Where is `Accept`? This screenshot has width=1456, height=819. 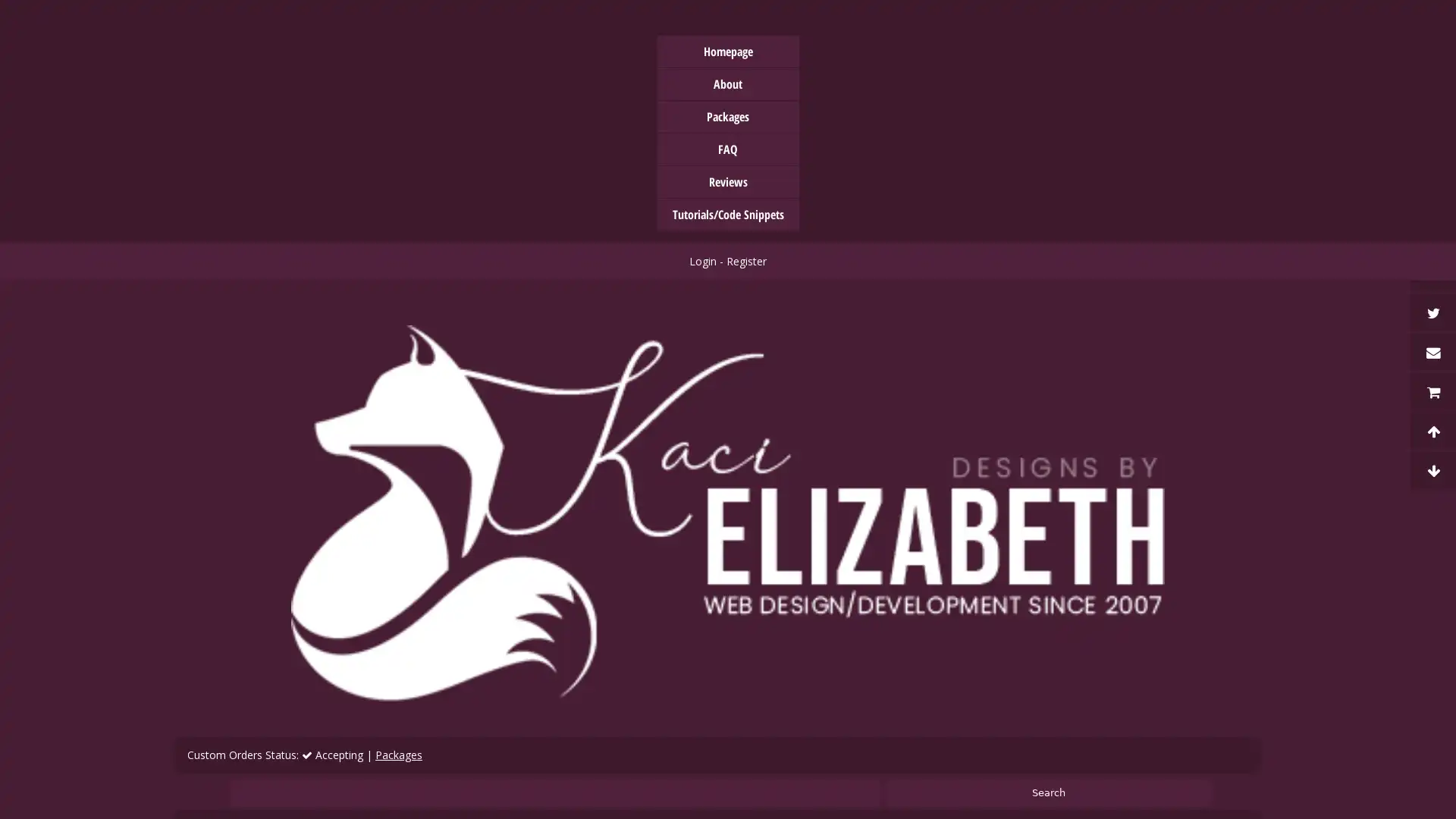
Accept is located at coordinates (1035, 795).